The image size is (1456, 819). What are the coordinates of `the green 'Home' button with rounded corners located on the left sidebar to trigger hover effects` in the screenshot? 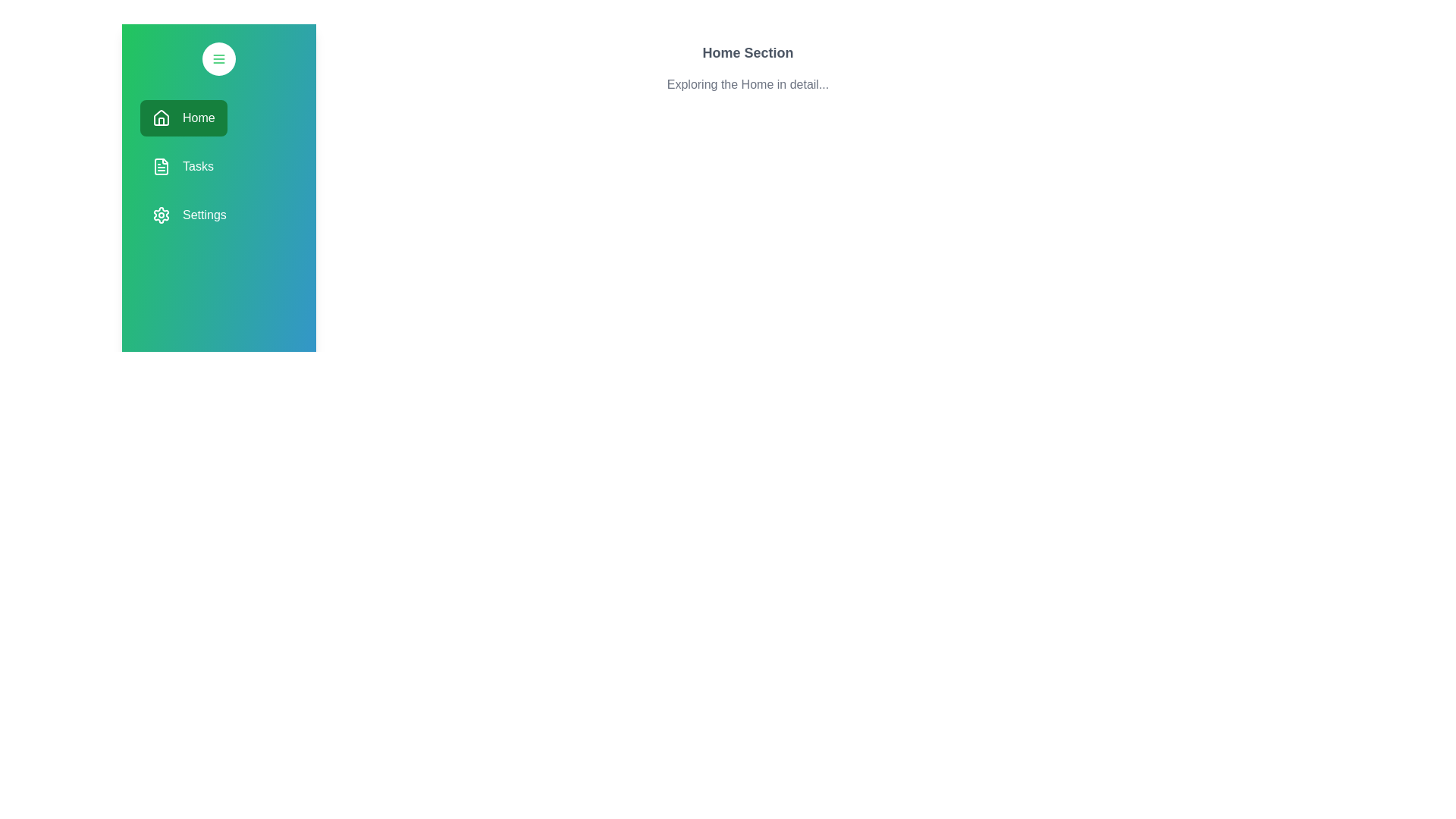 It's located at (183, 117).